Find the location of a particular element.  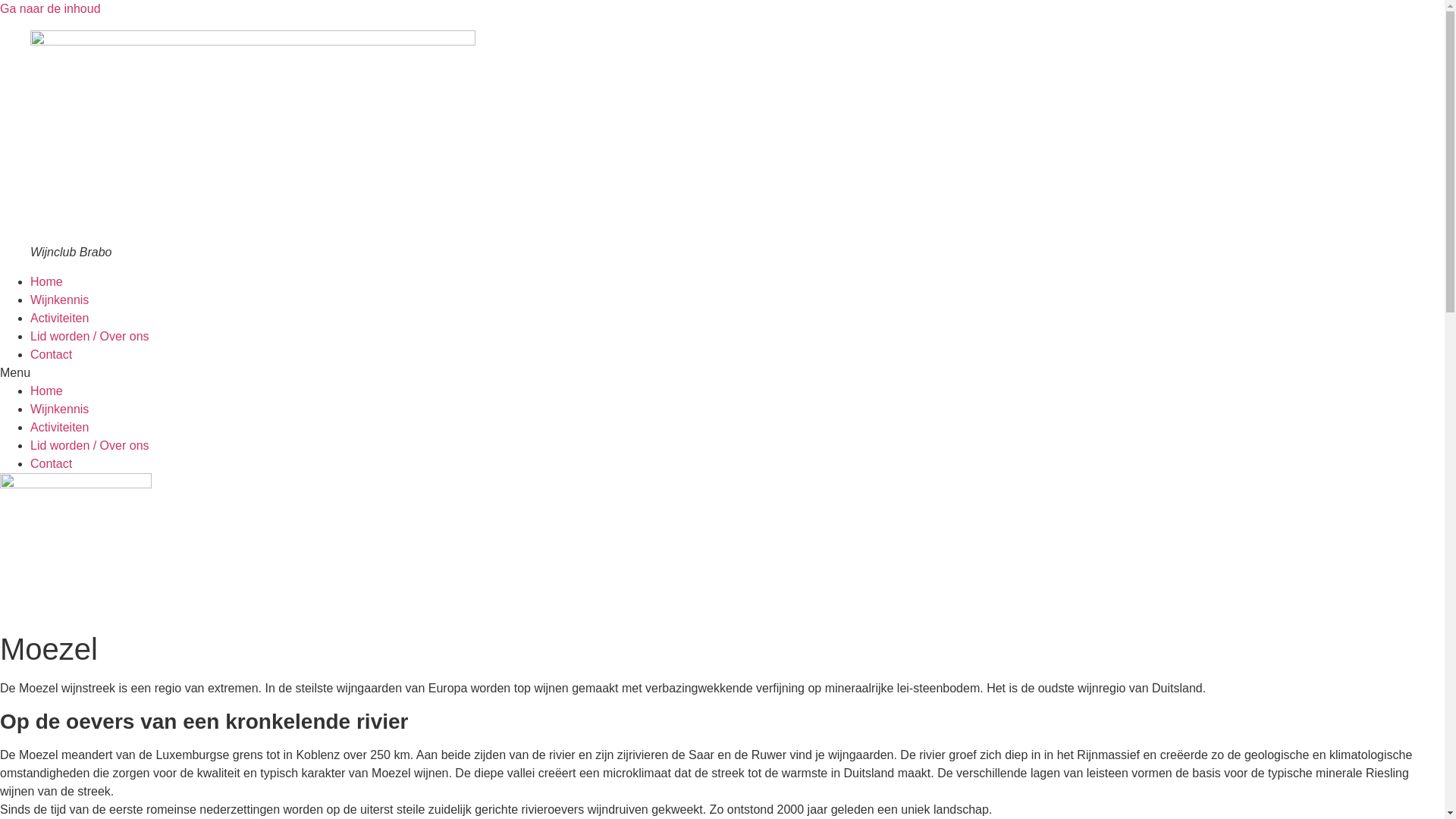

'Activiteiten' is located at coordinates (59, 427).